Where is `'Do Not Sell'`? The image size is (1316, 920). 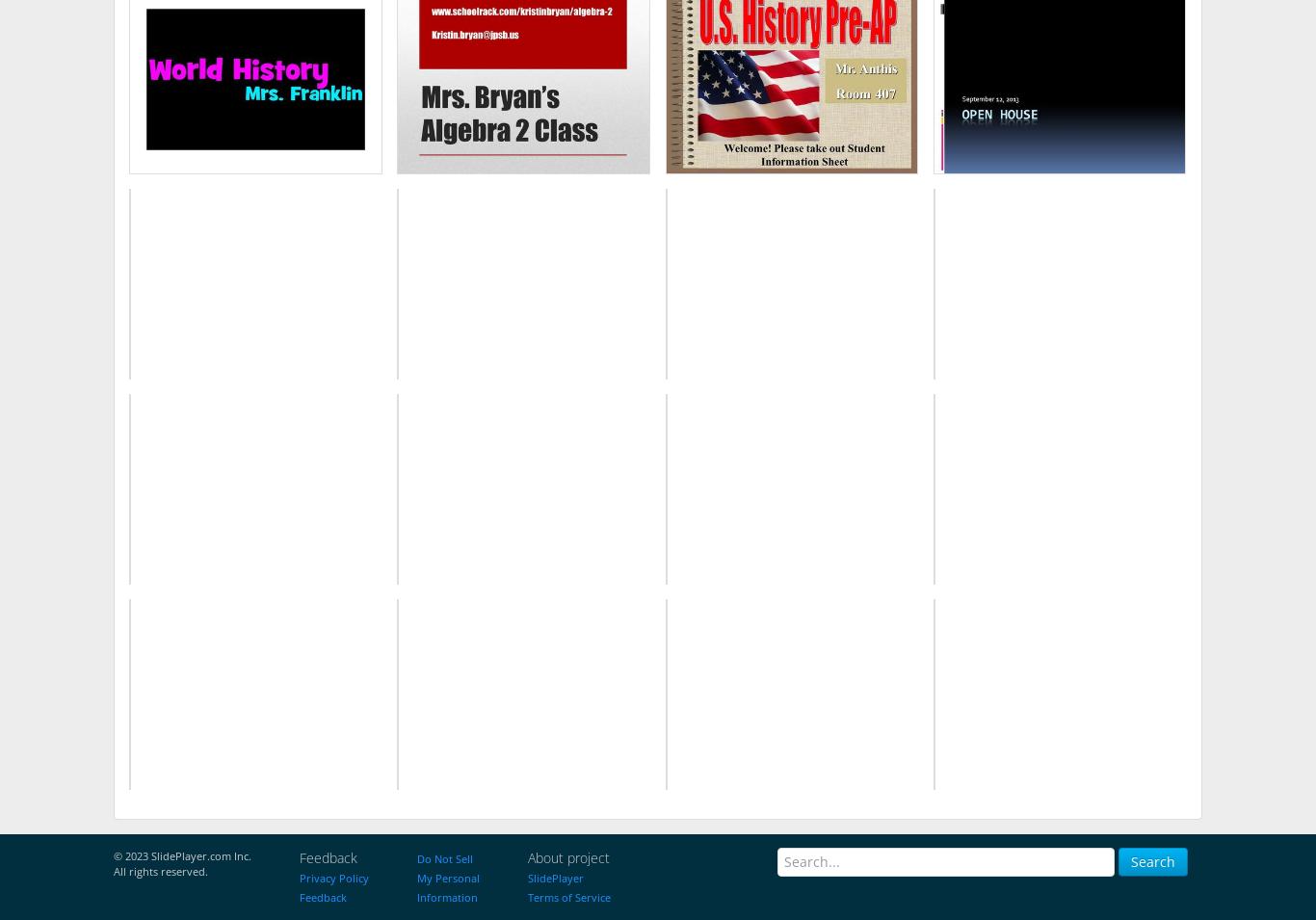
'Do Not Sell' is located at coordinates (444, 857).